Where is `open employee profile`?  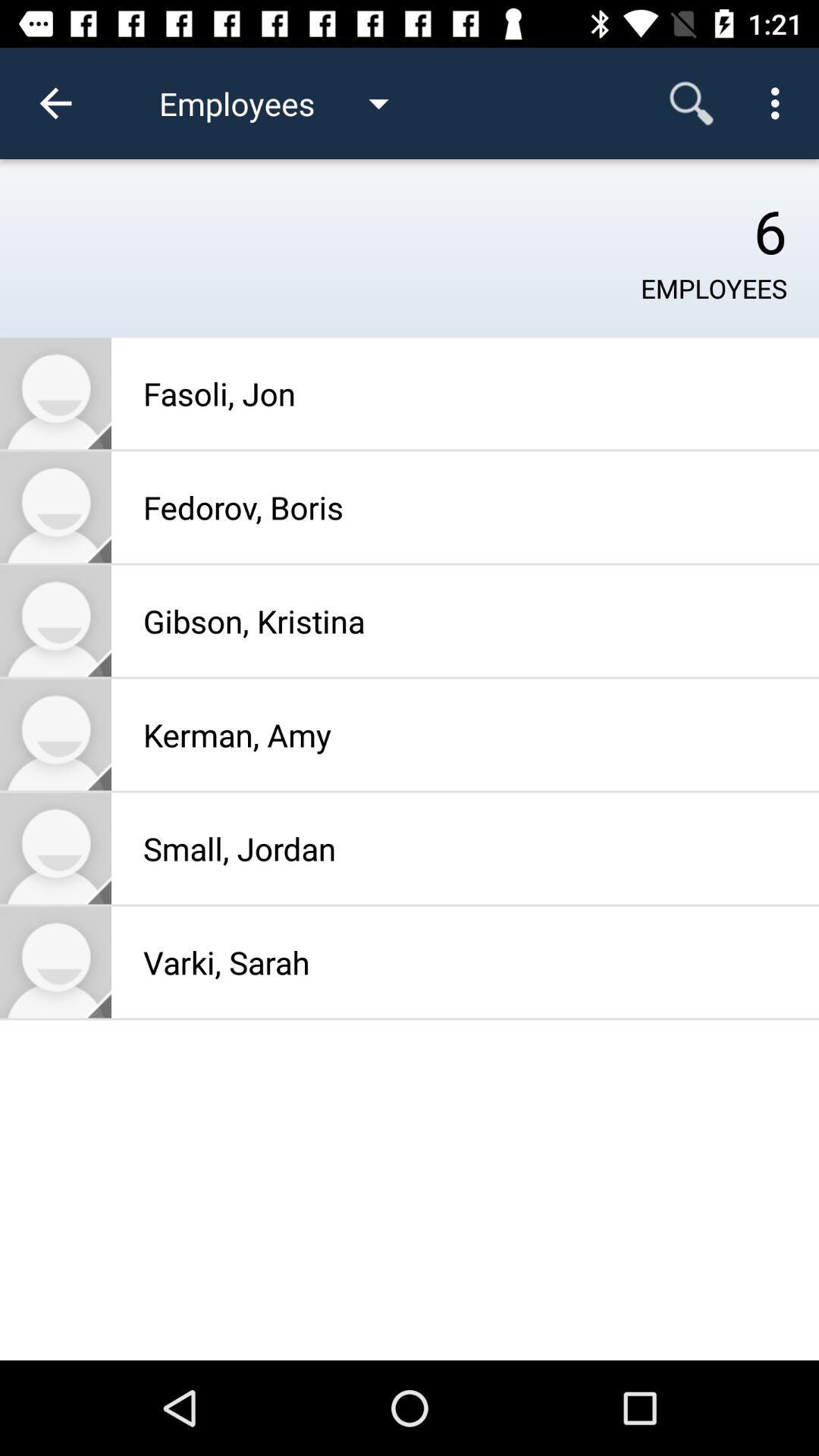 open employee profile is located at coordinates (55, 735).